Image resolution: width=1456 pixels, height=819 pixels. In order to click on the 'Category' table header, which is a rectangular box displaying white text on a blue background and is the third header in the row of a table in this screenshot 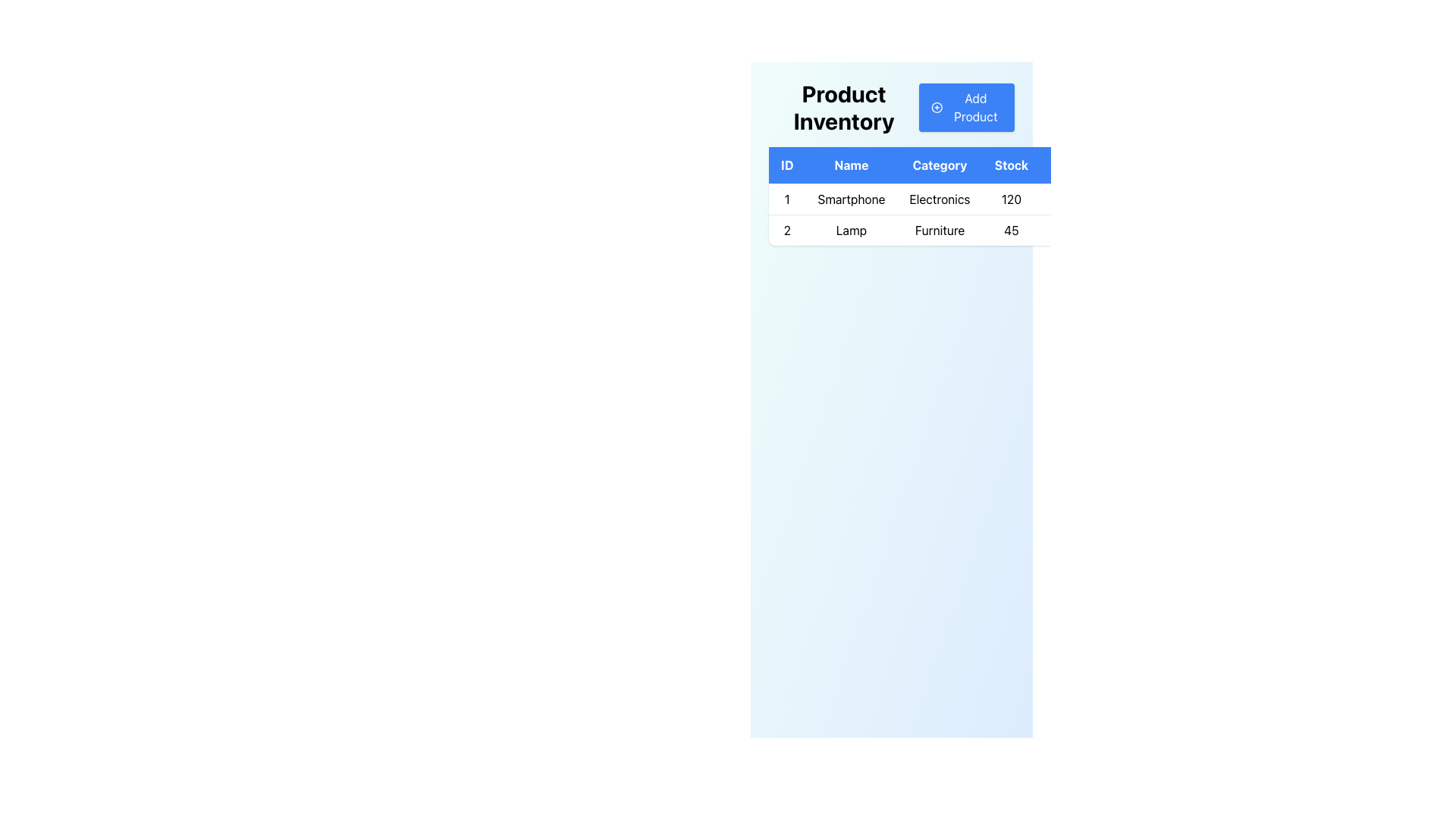, I will do `click(939, 165)`.